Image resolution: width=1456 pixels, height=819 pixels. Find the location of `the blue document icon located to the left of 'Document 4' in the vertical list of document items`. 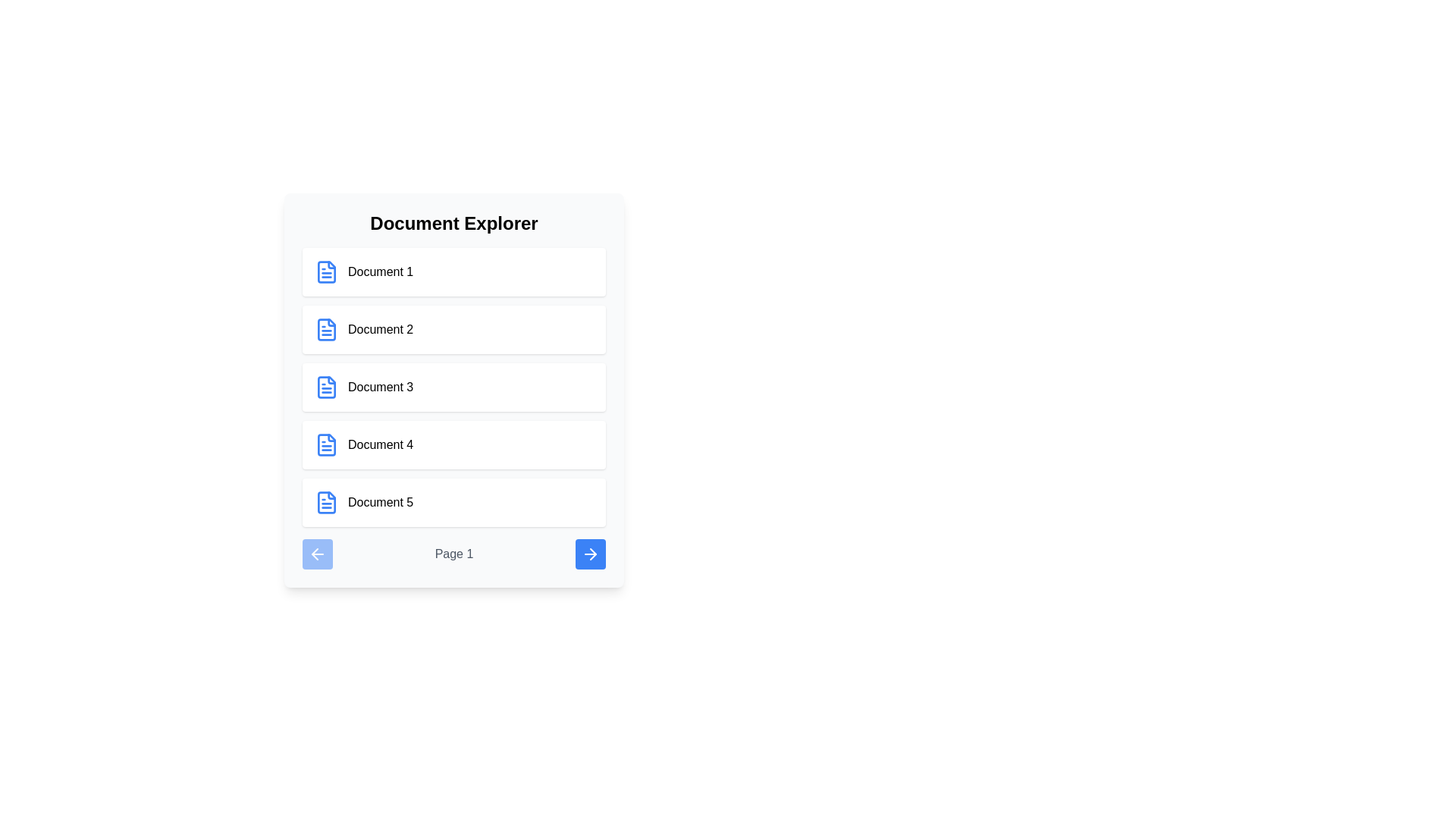

the blue document icon located to the left of 'Document 4' in the vertical list of document items is located at coordinates (326, 444).